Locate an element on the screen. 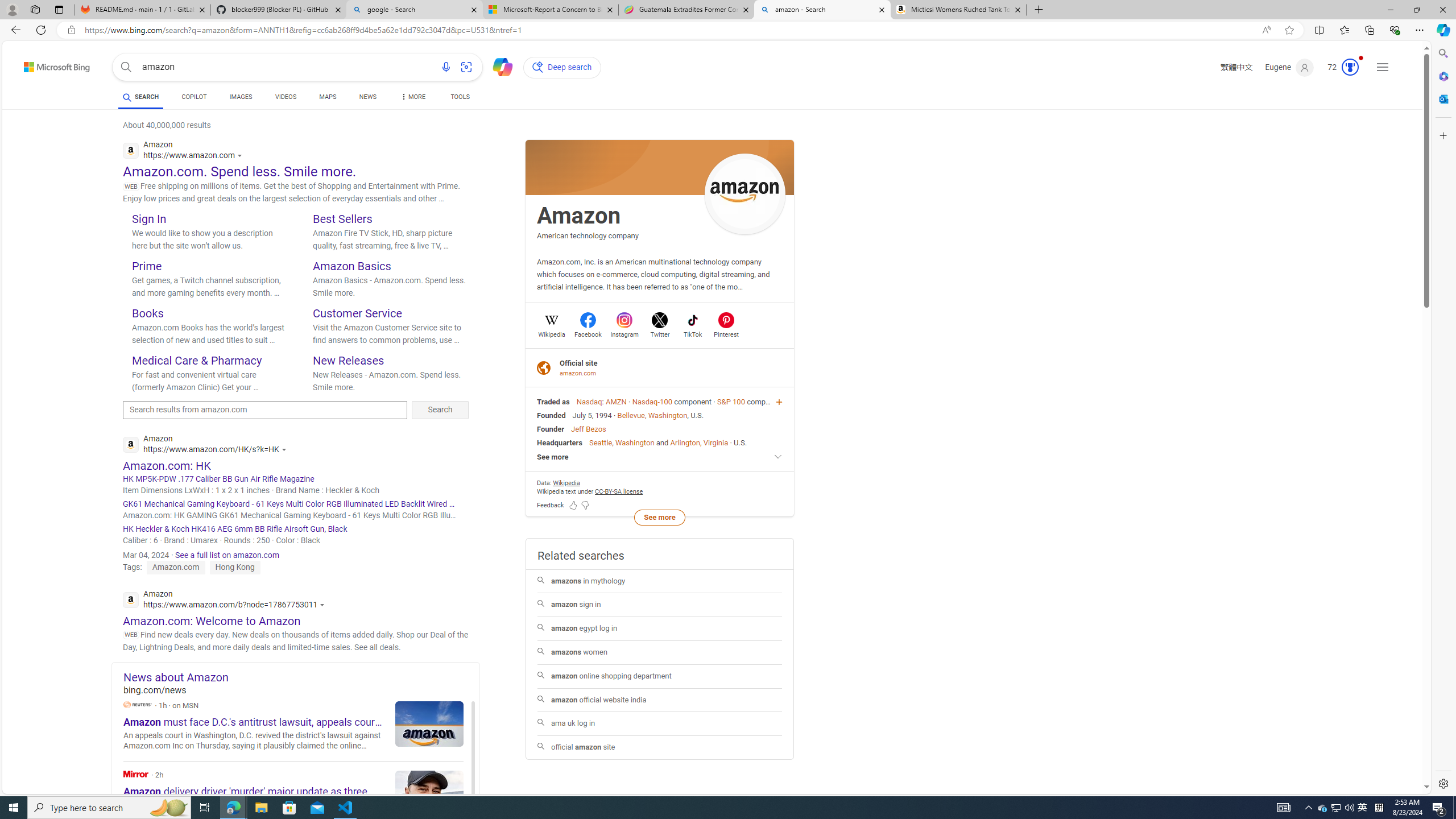 This screenshot has width=1456, height=819. 'Traded as' is located at coordinates (552, 401).